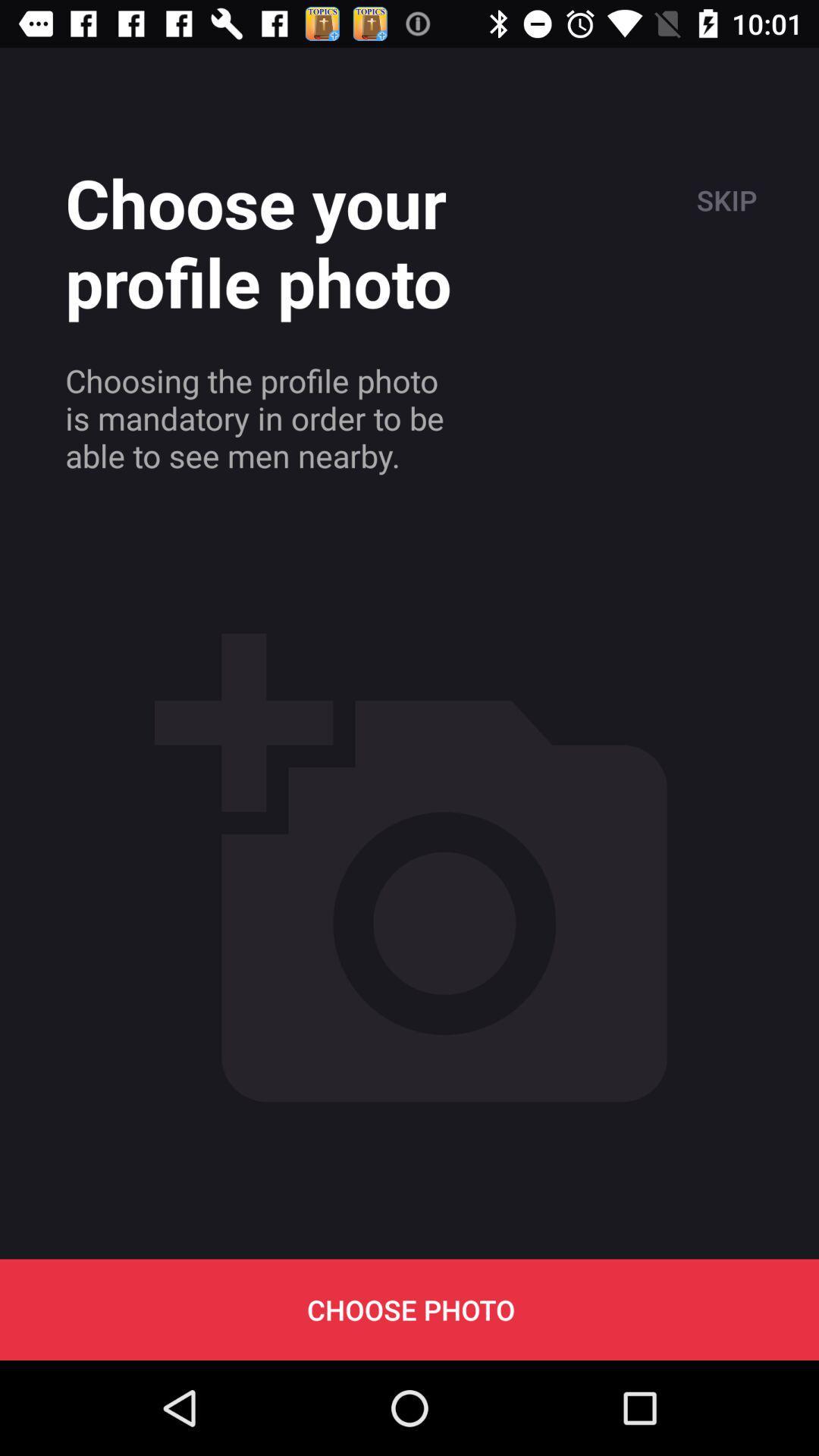  I want to click on the item at the top right corner, so click(724, 199).